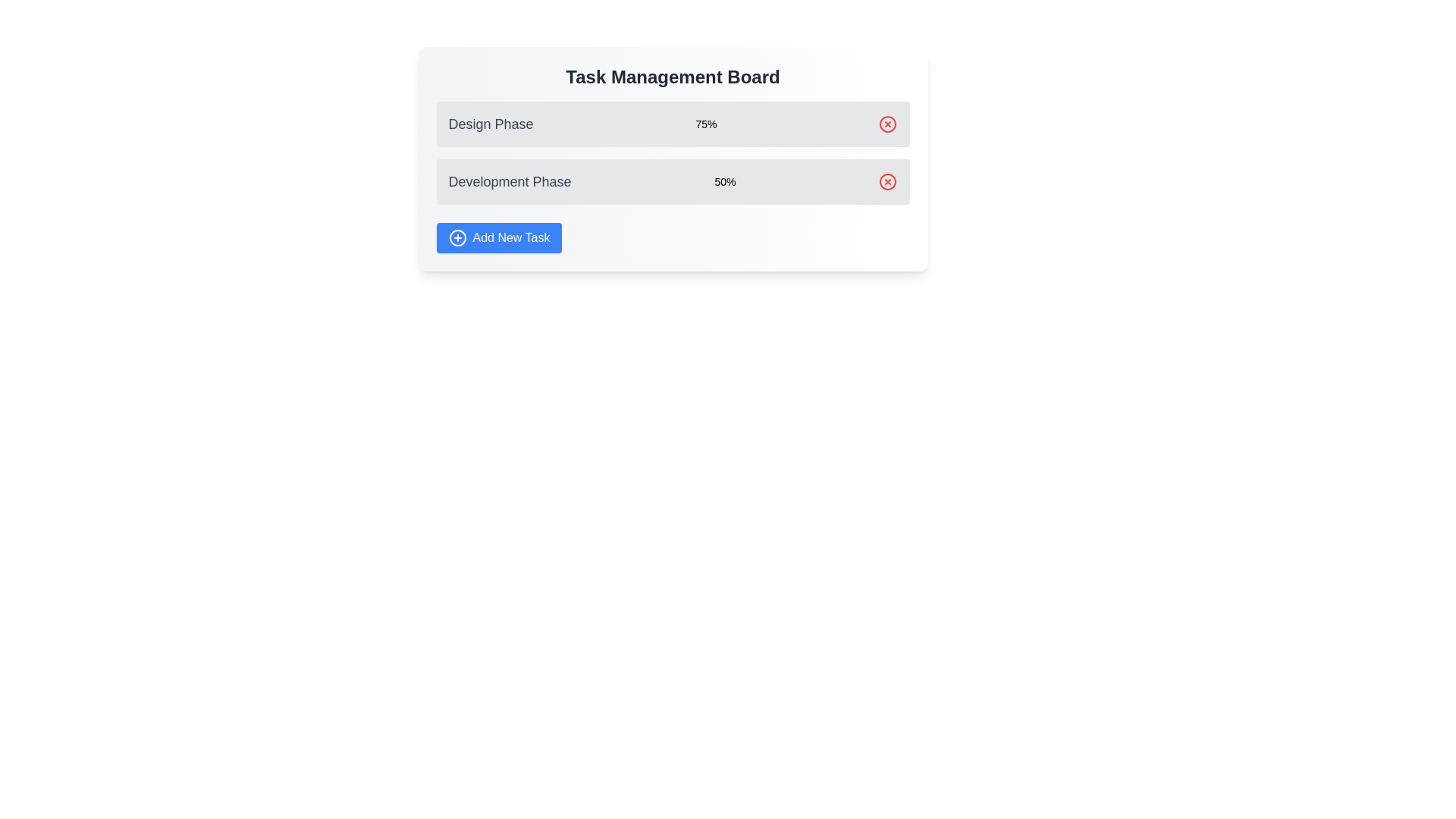  What do you see at coordinates (457, 237) in the screenshot?
I see `the circular '+' icon with a hollow outline, located to the left of the 'Add New Task' button` at bounding box center [457, 237].